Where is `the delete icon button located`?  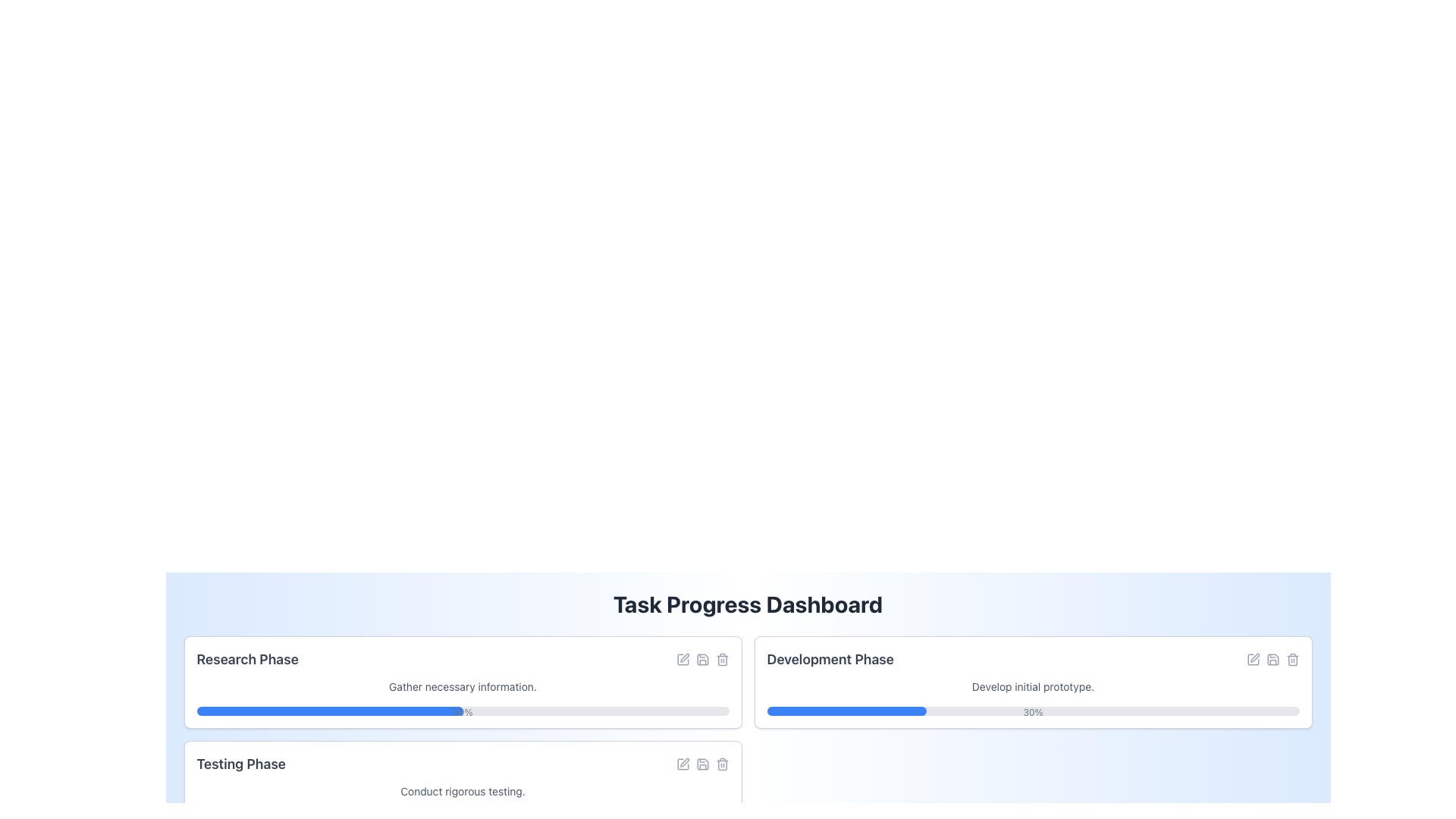
the delete icon button located is located at coordinates (721, 764).